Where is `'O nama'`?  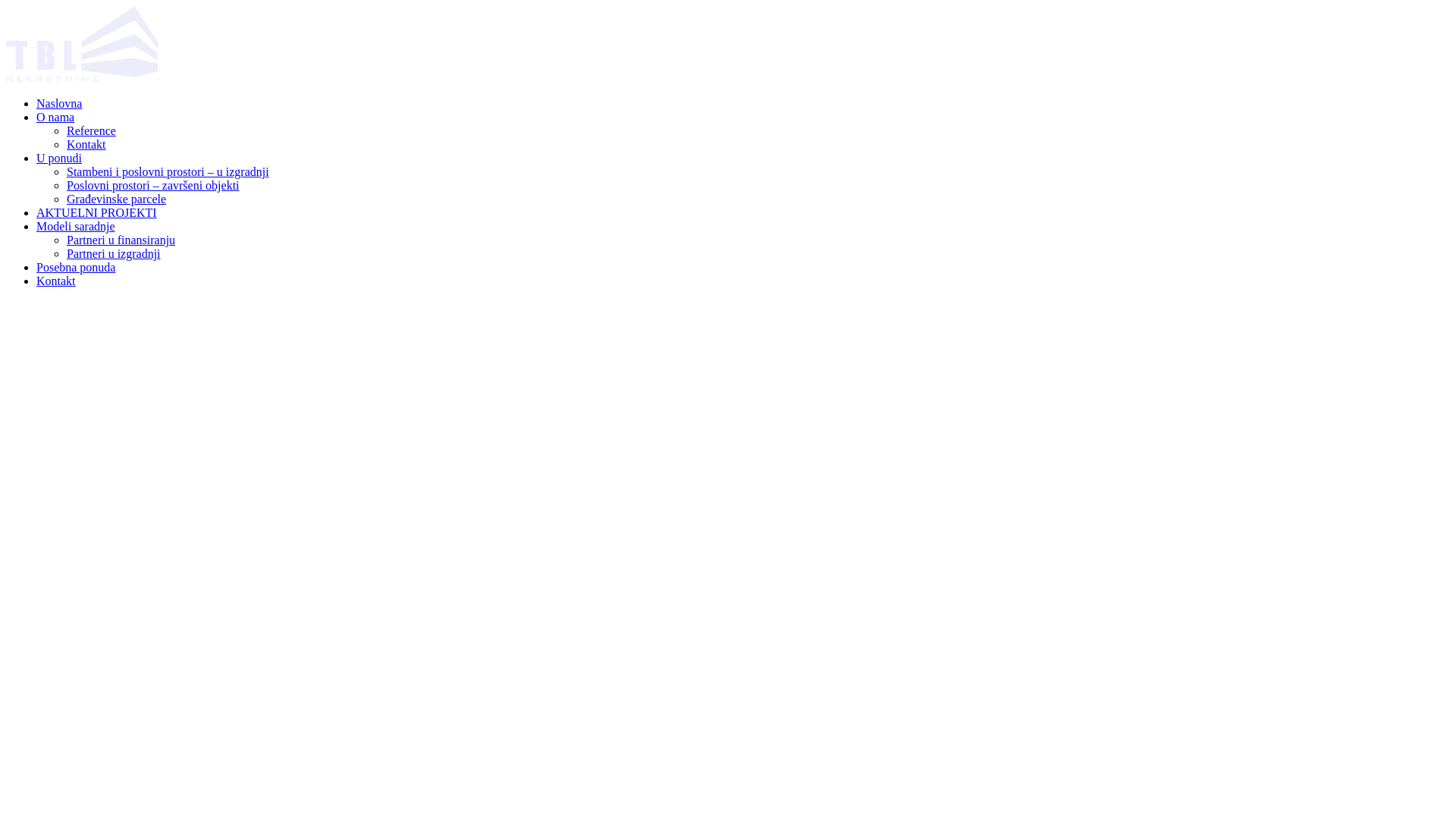
'O nama' is located at coordinates (55, 116).